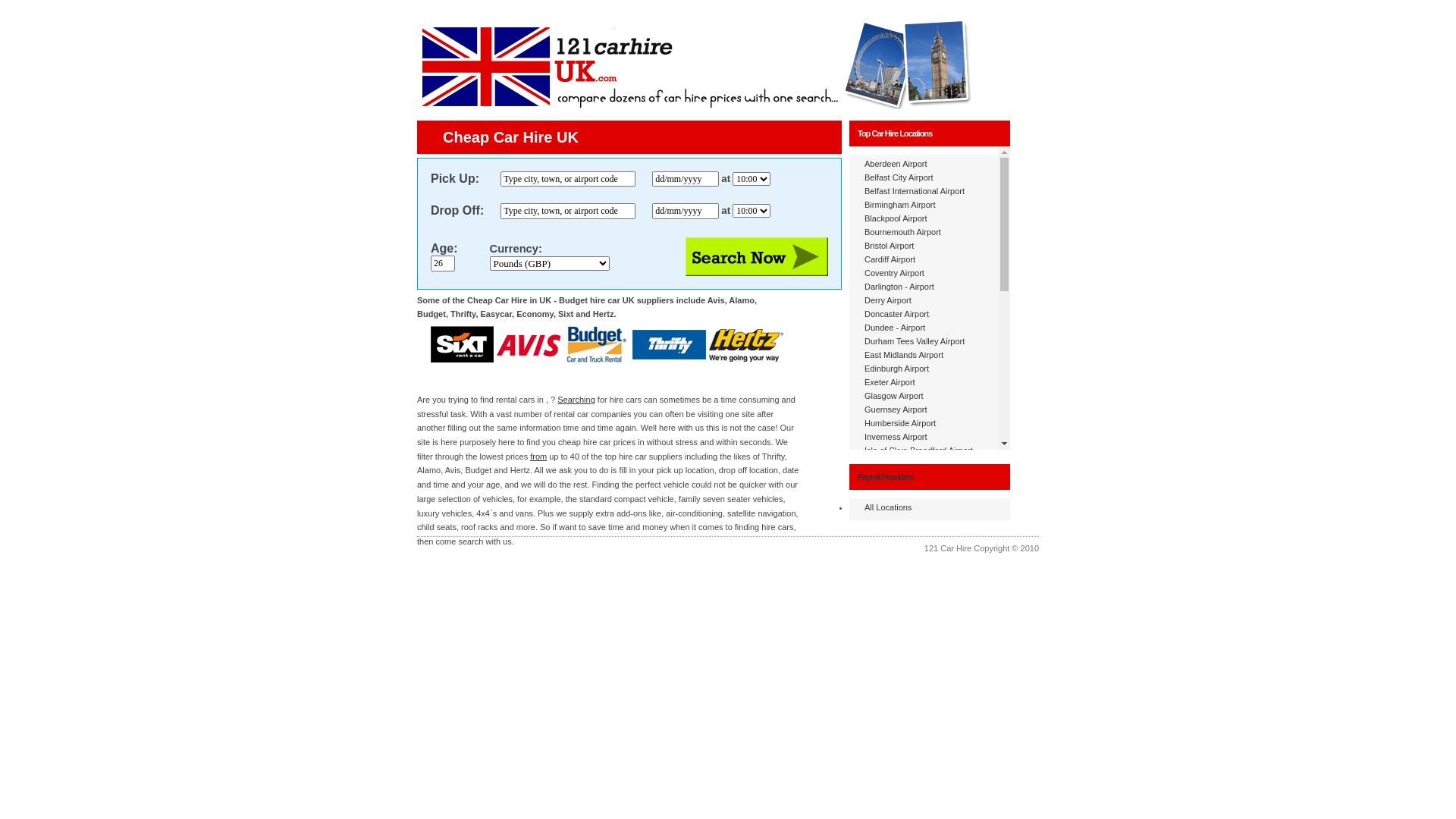  What do you see at coordinates (864, 259) in the screenshot?
I see `'Cardiff Airport'` at bounding box center [864, 259].